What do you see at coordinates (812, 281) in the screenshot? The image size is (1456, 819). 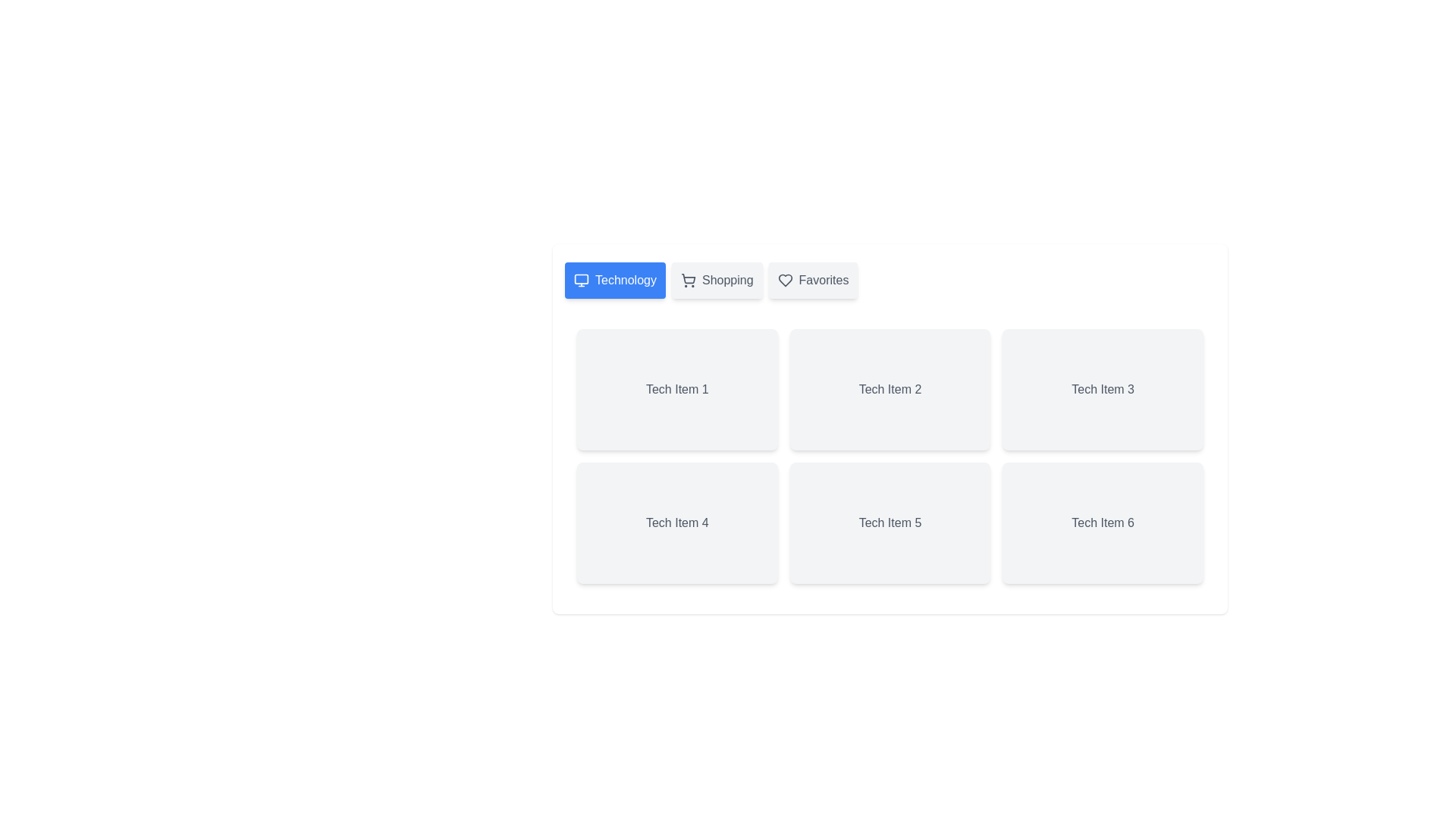 I see `the tab labeled 'Favorites' to potentially reveal additional information` at bounding box center [812, 281].